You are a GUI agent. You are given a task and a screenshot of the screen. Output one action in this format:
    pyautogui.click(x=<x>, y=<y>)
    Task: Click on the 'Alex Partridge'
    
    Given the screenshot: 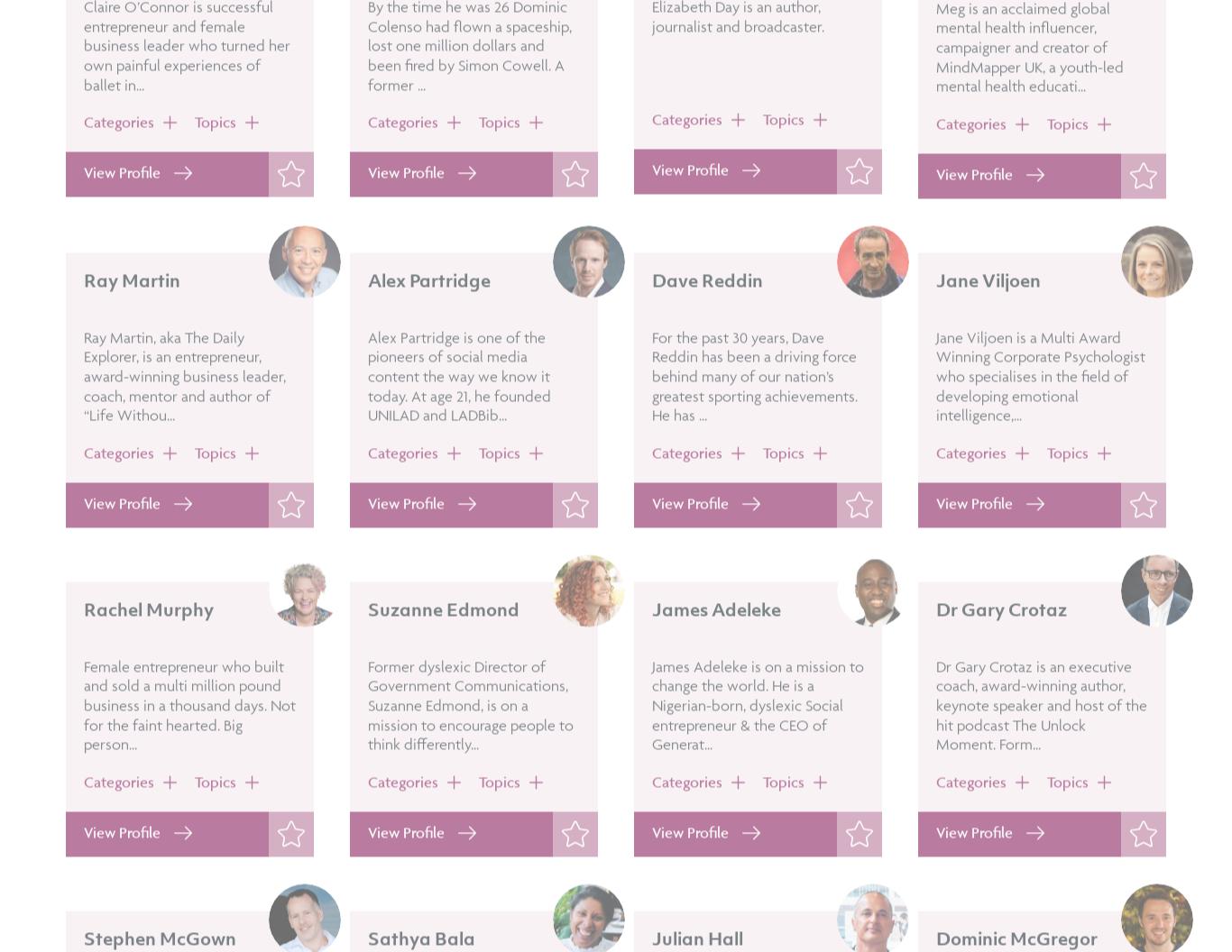 What is the action you would take?
    pyautogui.click(x=429, y=329)
    